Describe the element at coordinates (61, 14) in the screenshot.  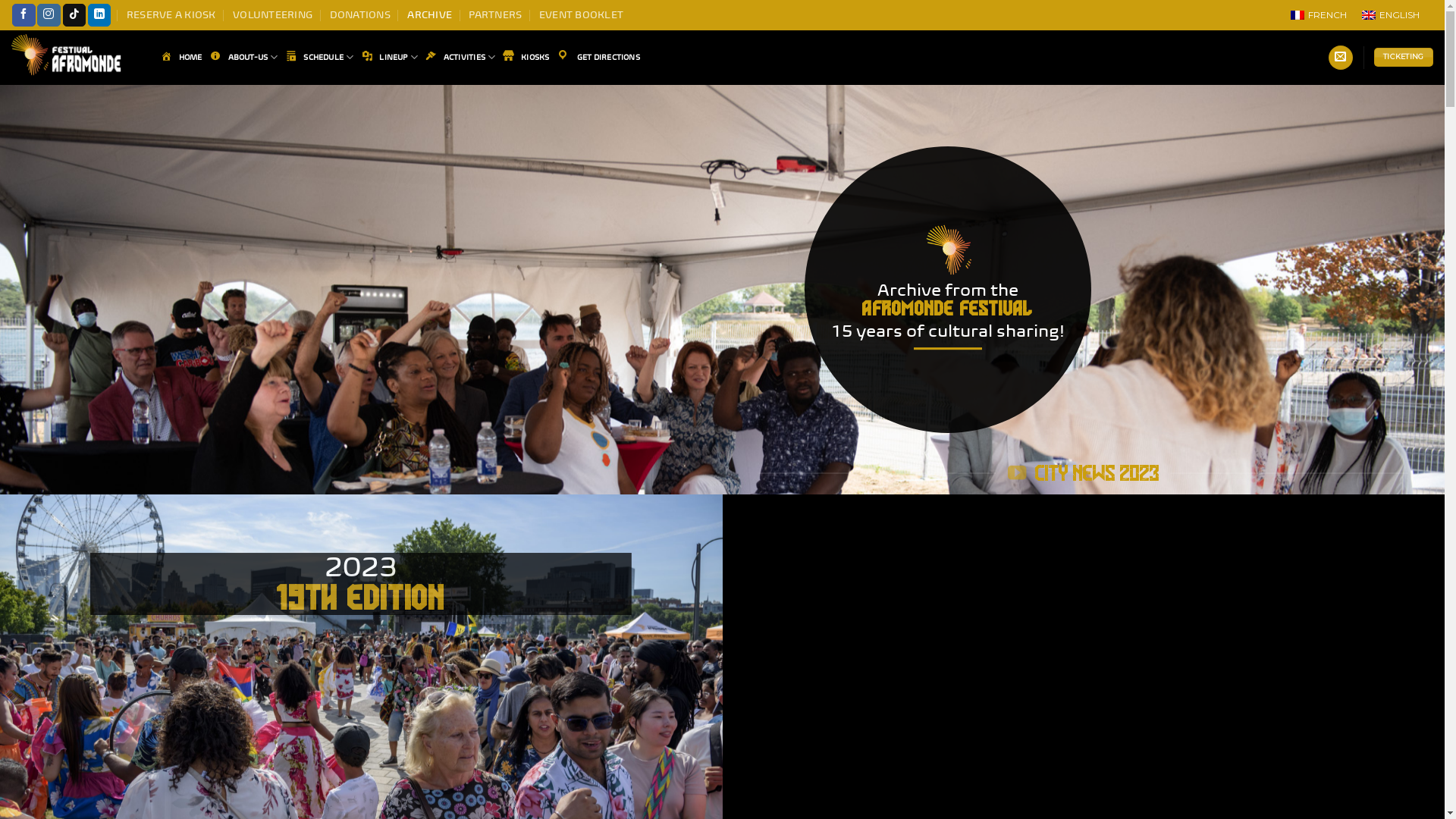
I see `'Follow on TikTok'` at that location.